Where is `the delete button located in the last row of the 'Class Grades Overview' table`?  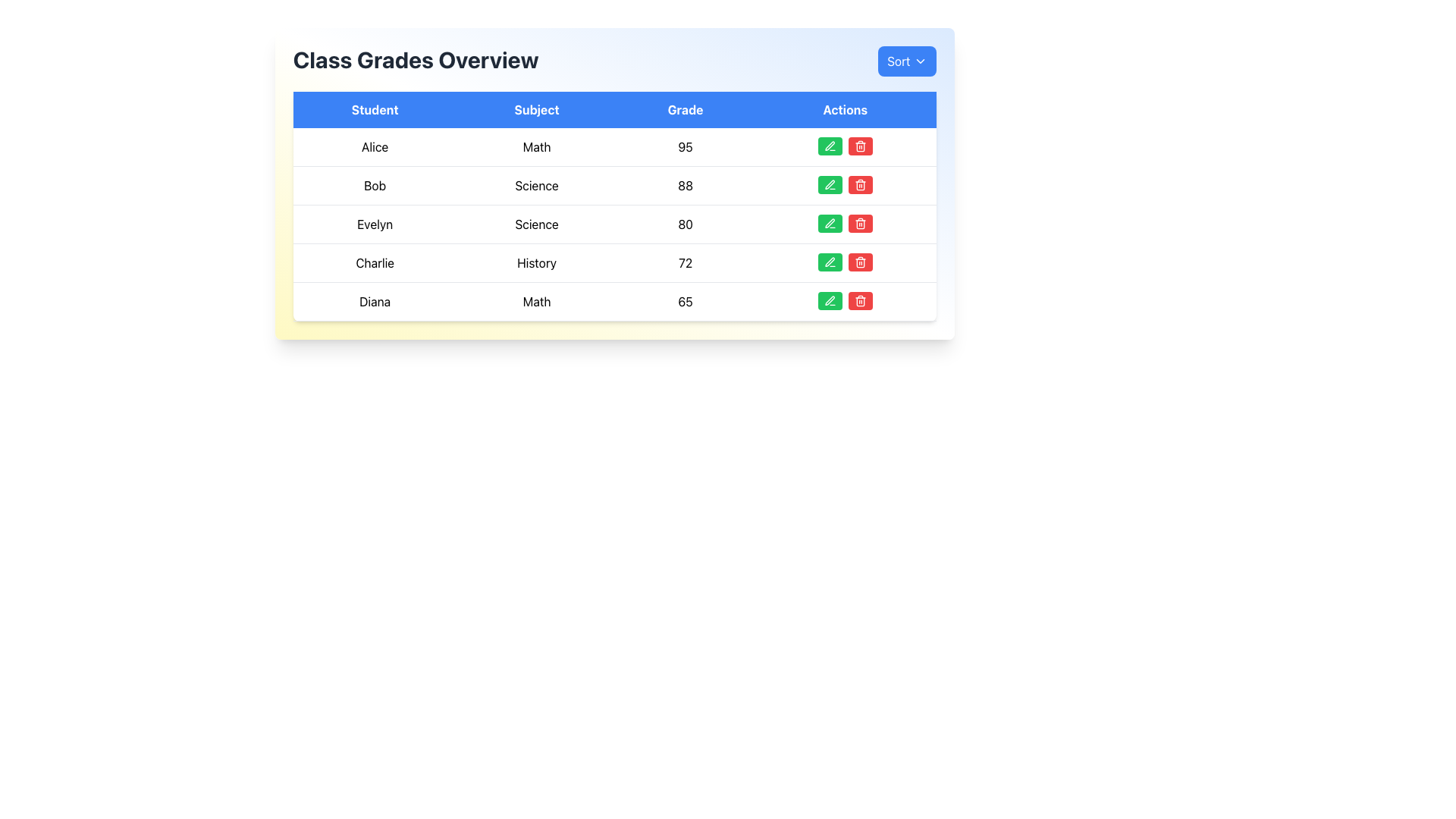
the delete button located in the last row of the 'Class Grades Overview' table is located at coordinates (859, 301).